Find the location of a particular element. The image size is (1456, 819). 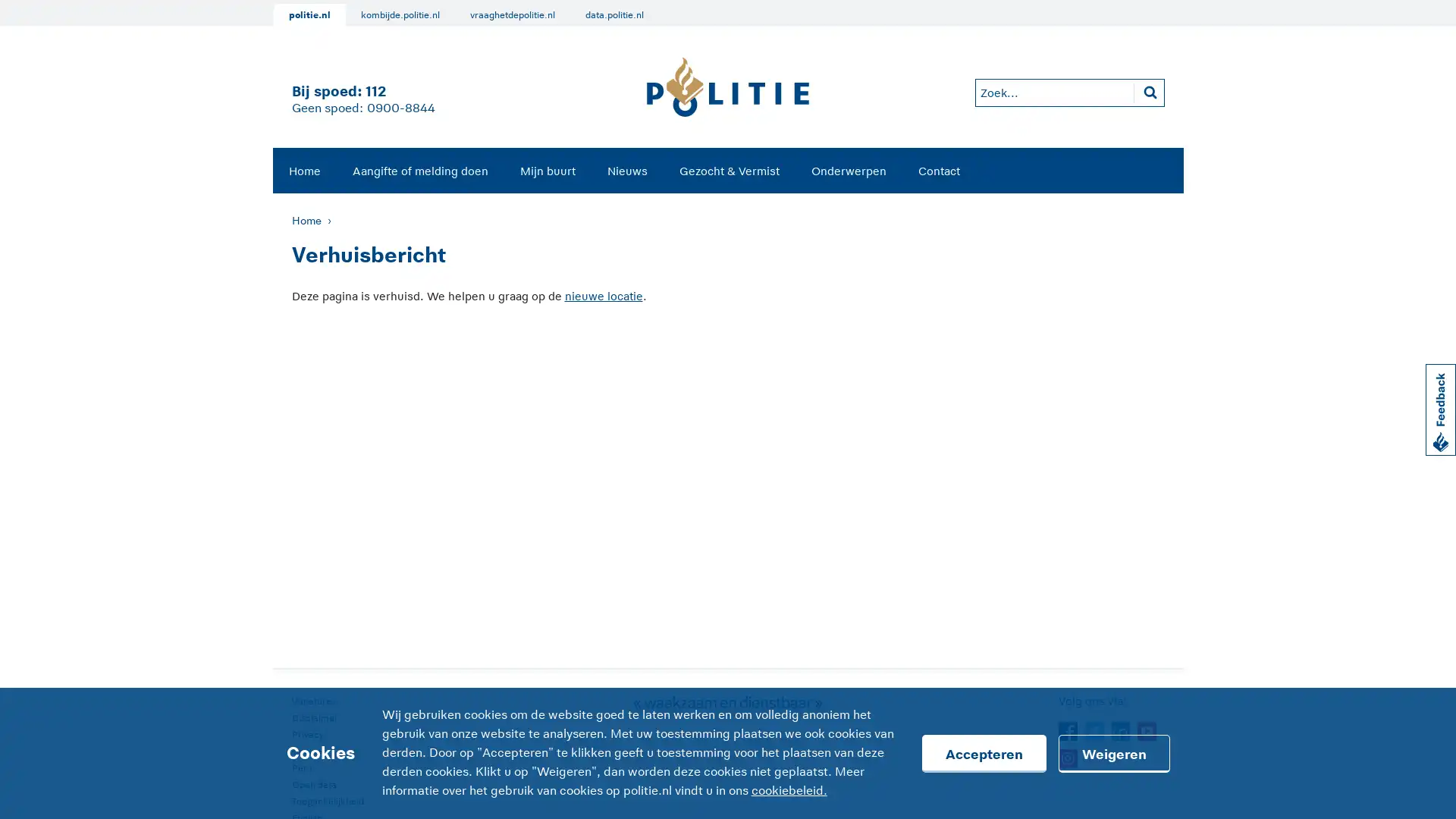

Zoeken is located at coordinates (974, 105).